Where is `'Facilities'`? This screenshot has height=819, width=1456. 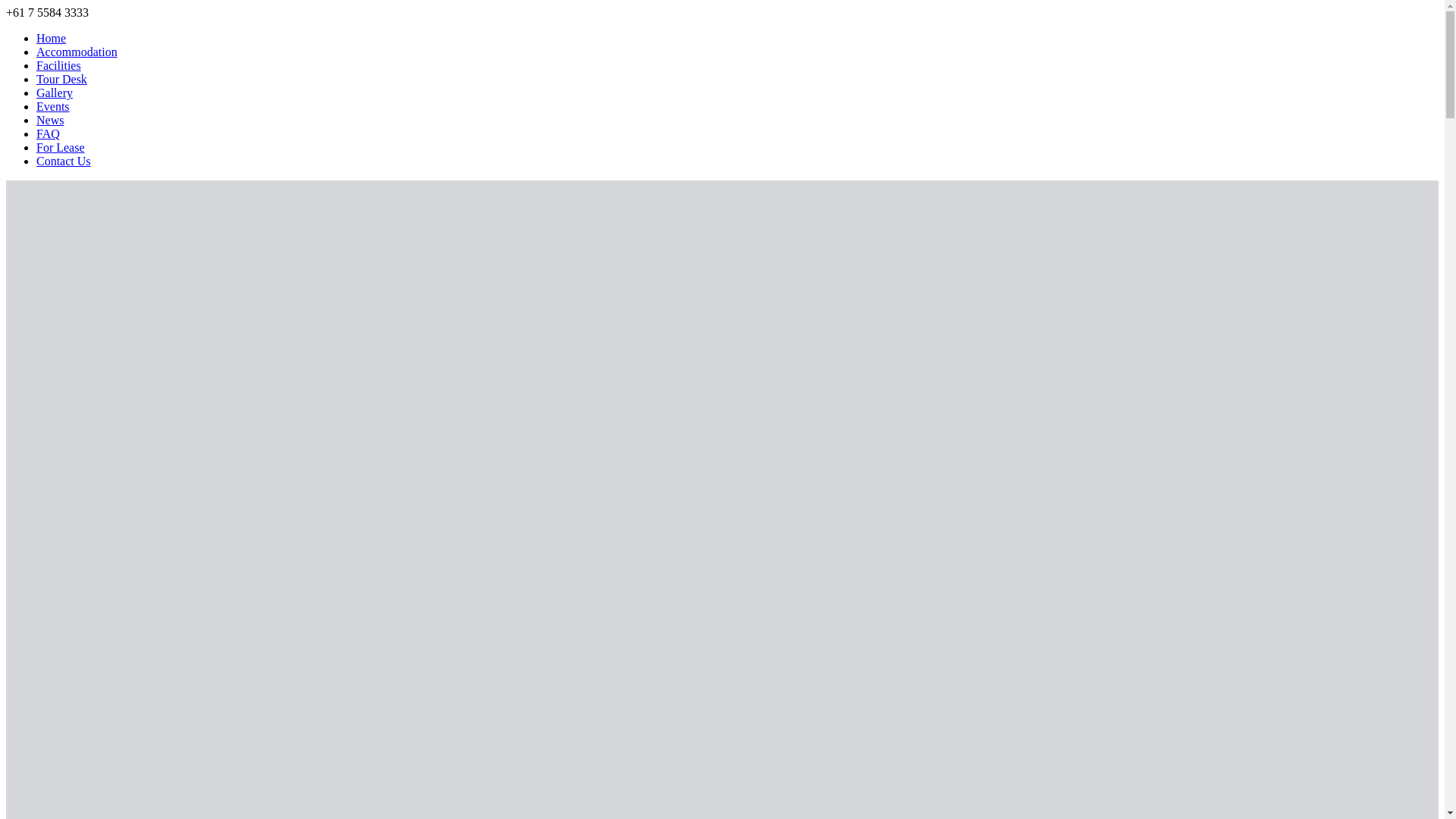 'Facilities' is located at coordinates (58, 64).